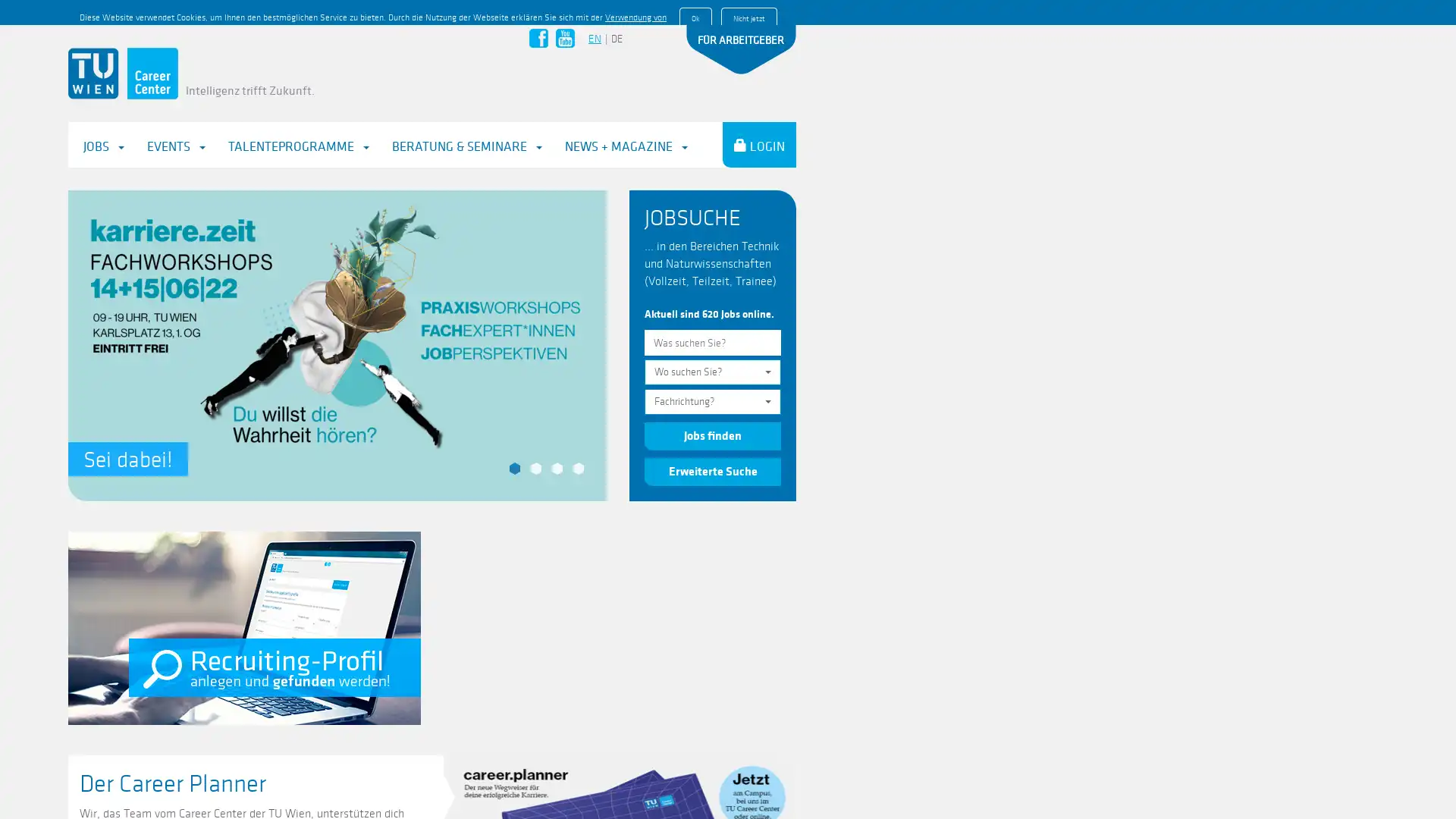  I want to click on Erweiterte Suche, so click(712, 445).